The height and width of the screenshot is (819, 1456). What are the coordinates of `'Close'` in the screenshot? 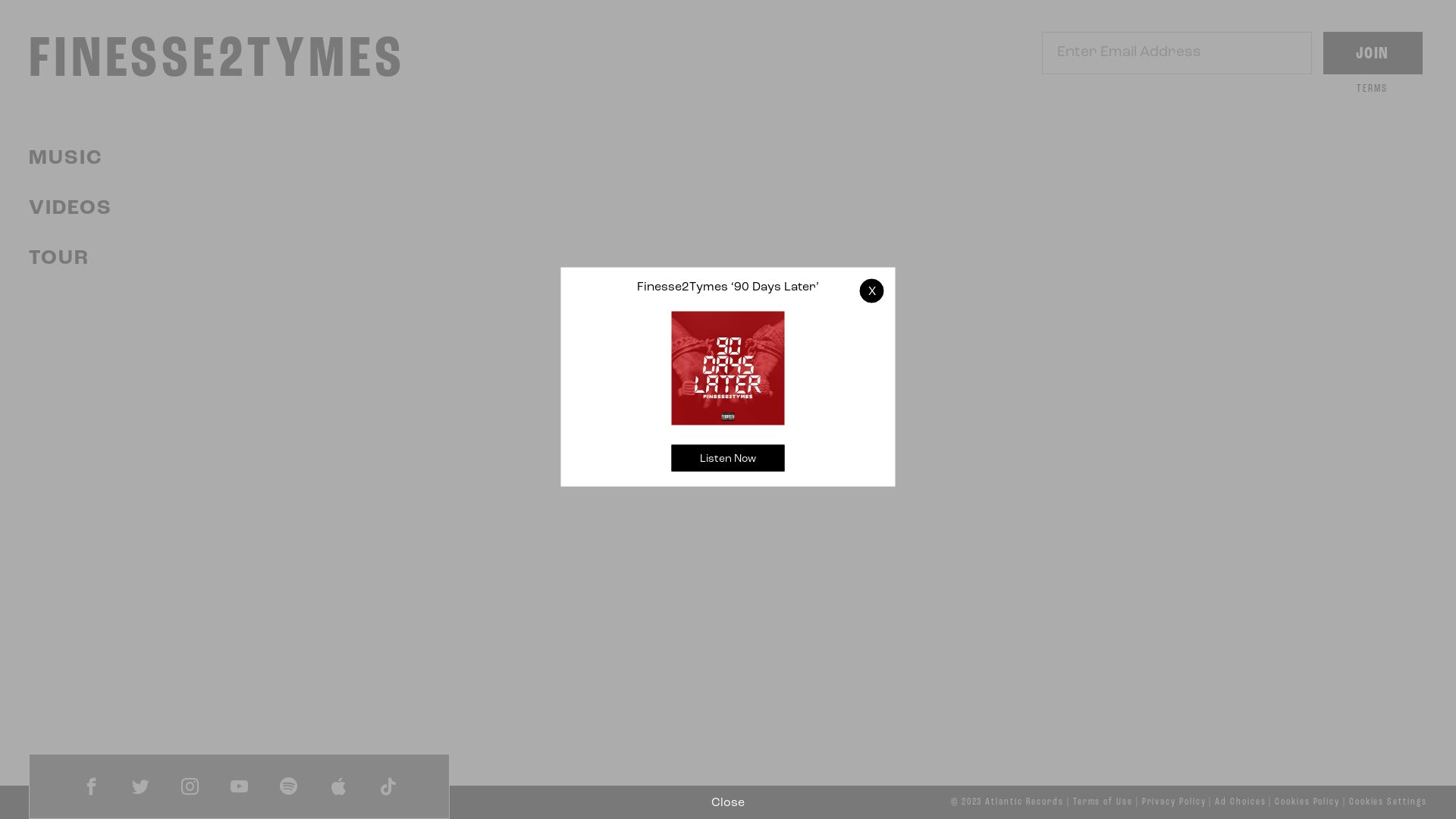 It's located at (728, 802).